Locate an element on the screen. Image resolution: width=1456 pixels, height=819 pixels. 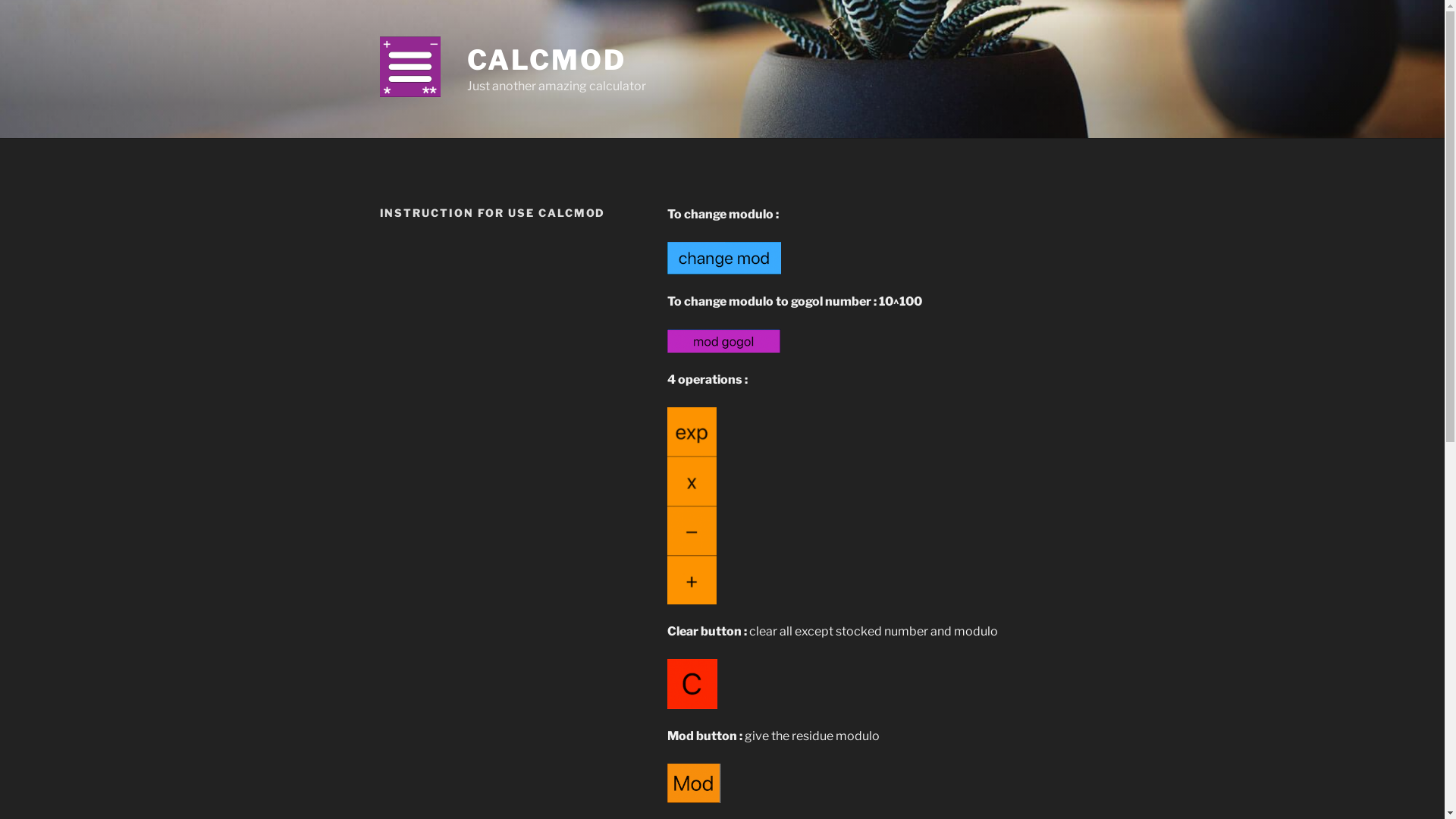
'CALCMOD' is located at coordinates (546, 58).